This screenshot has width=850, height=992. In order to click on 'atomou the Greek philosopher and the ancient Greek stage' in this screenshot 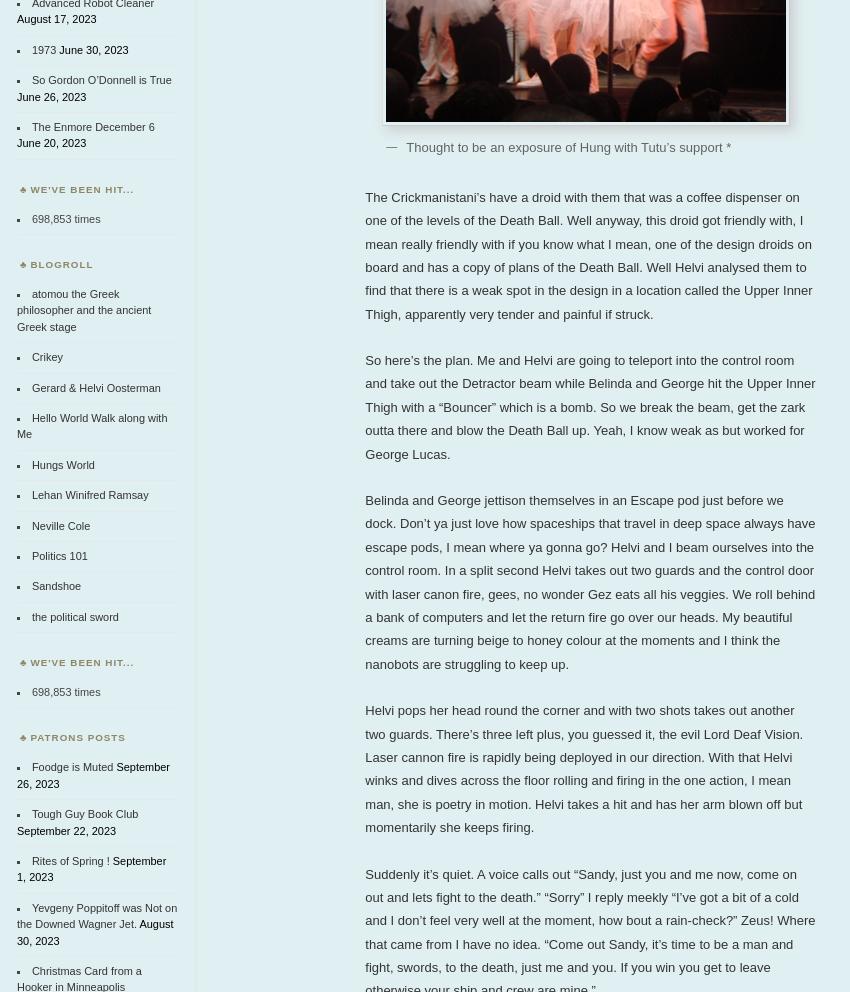, I will do `click(83, 309)`.